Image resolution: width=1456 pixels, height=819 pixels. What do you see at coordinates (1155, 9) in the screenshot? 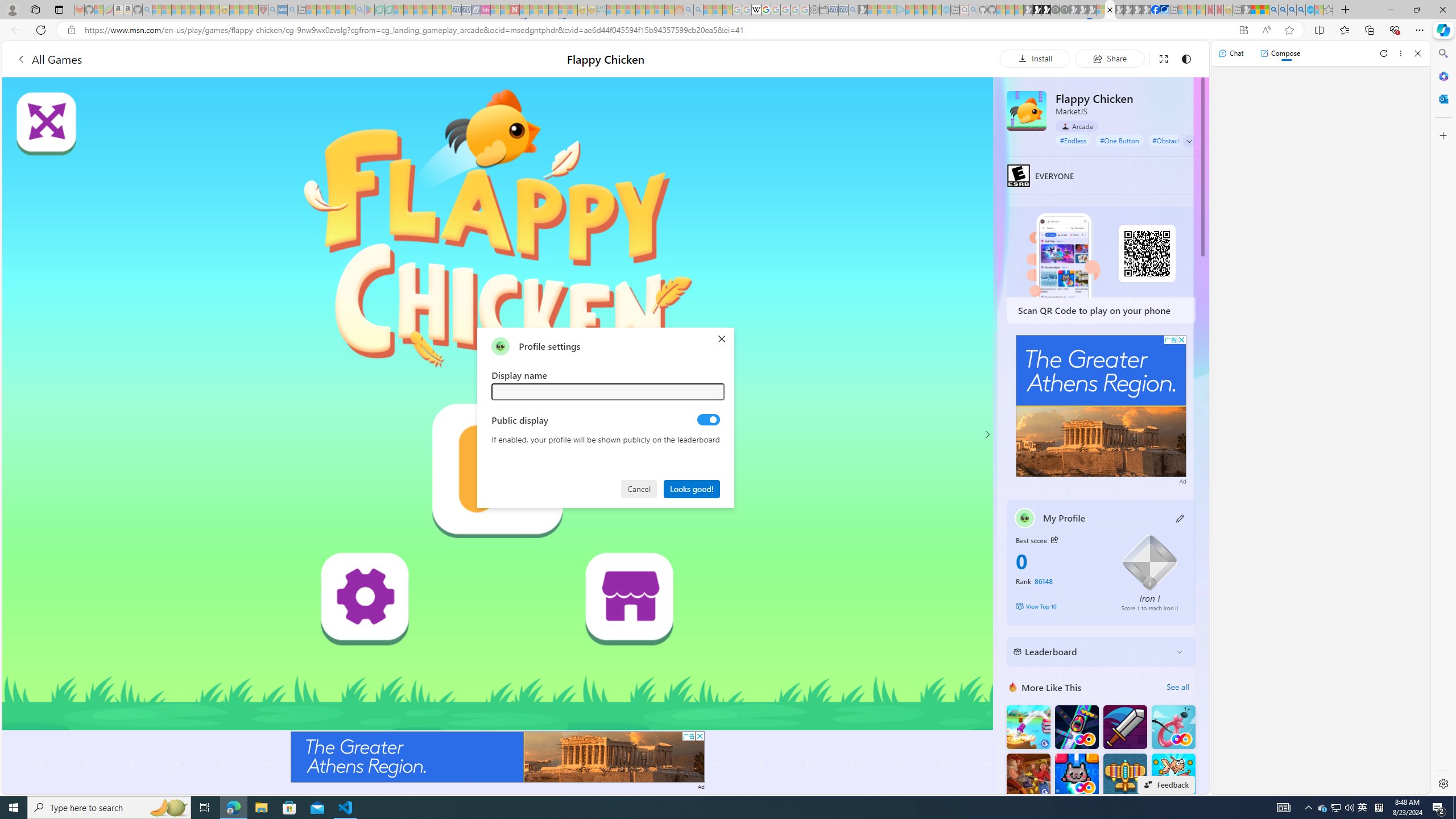
I see `'Nordace | Facebook'` at bounding box center [1155, 9].